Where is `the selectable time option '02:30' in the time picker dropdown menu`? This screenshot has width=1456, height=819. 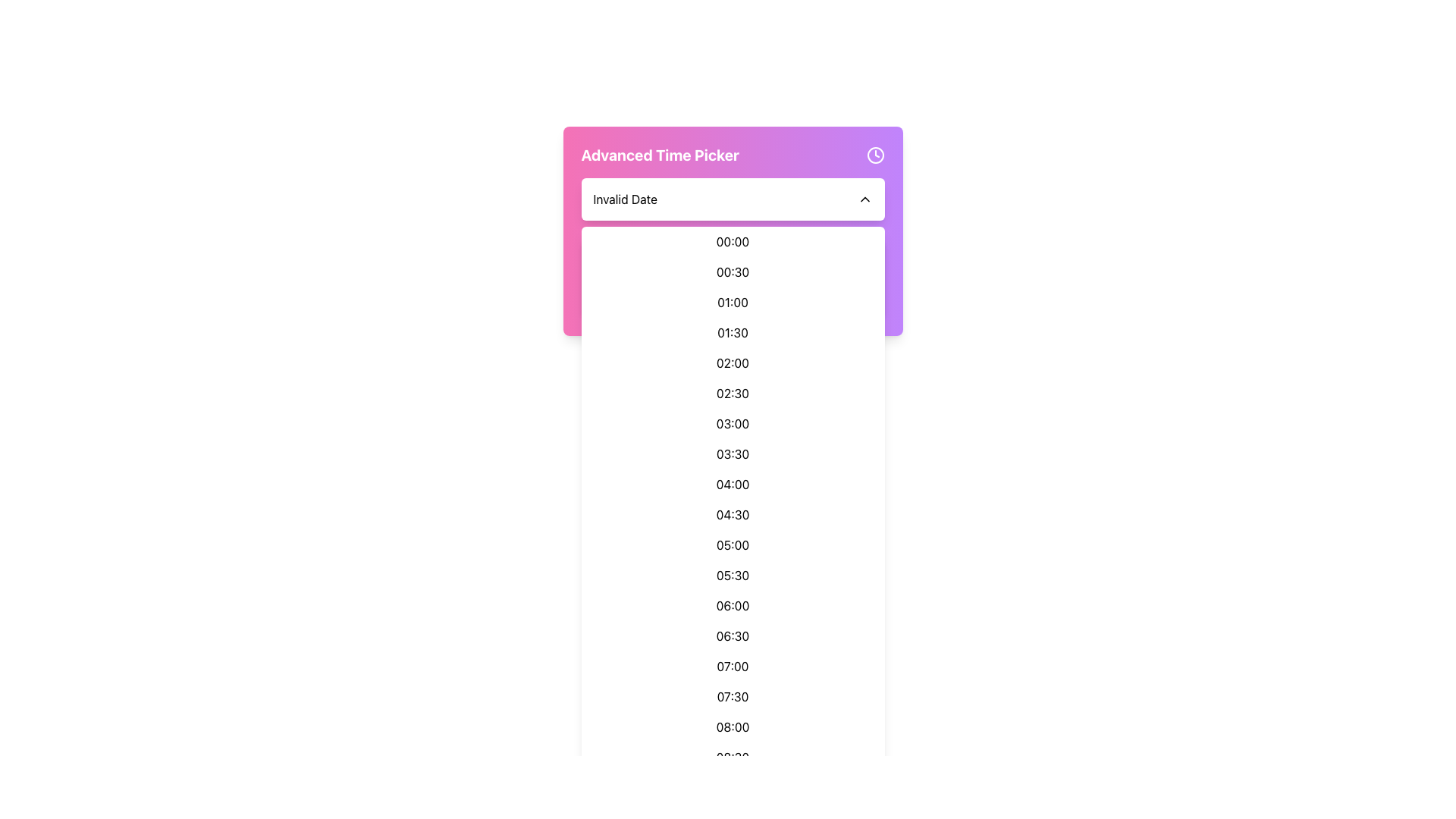 the selectable time option '02:30' in the time picker dropdown menu is located at coordinates (733, 393).